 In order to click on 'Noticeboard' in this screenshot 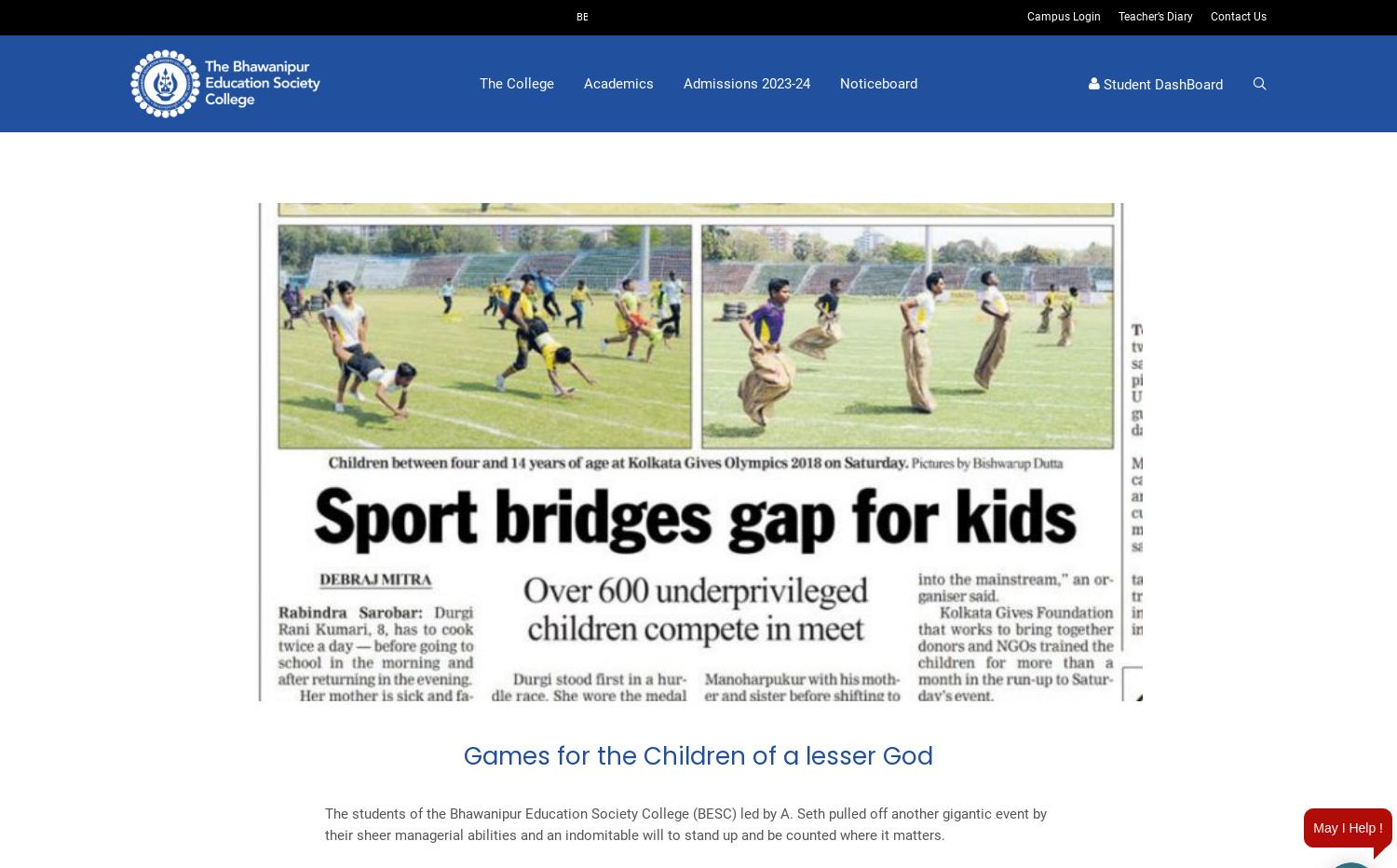, I will do `click(877, 88)`.